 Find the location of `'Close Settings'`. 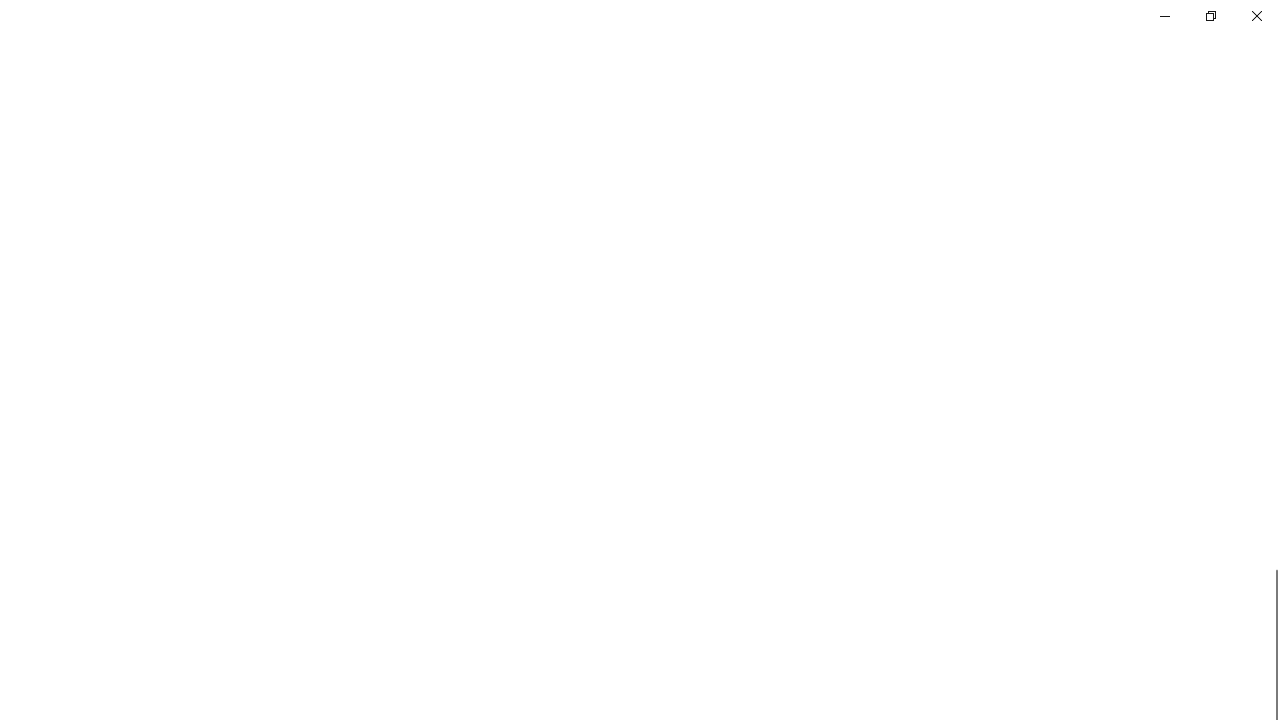

'Close Settings' is located at coordinates (1255, 15).